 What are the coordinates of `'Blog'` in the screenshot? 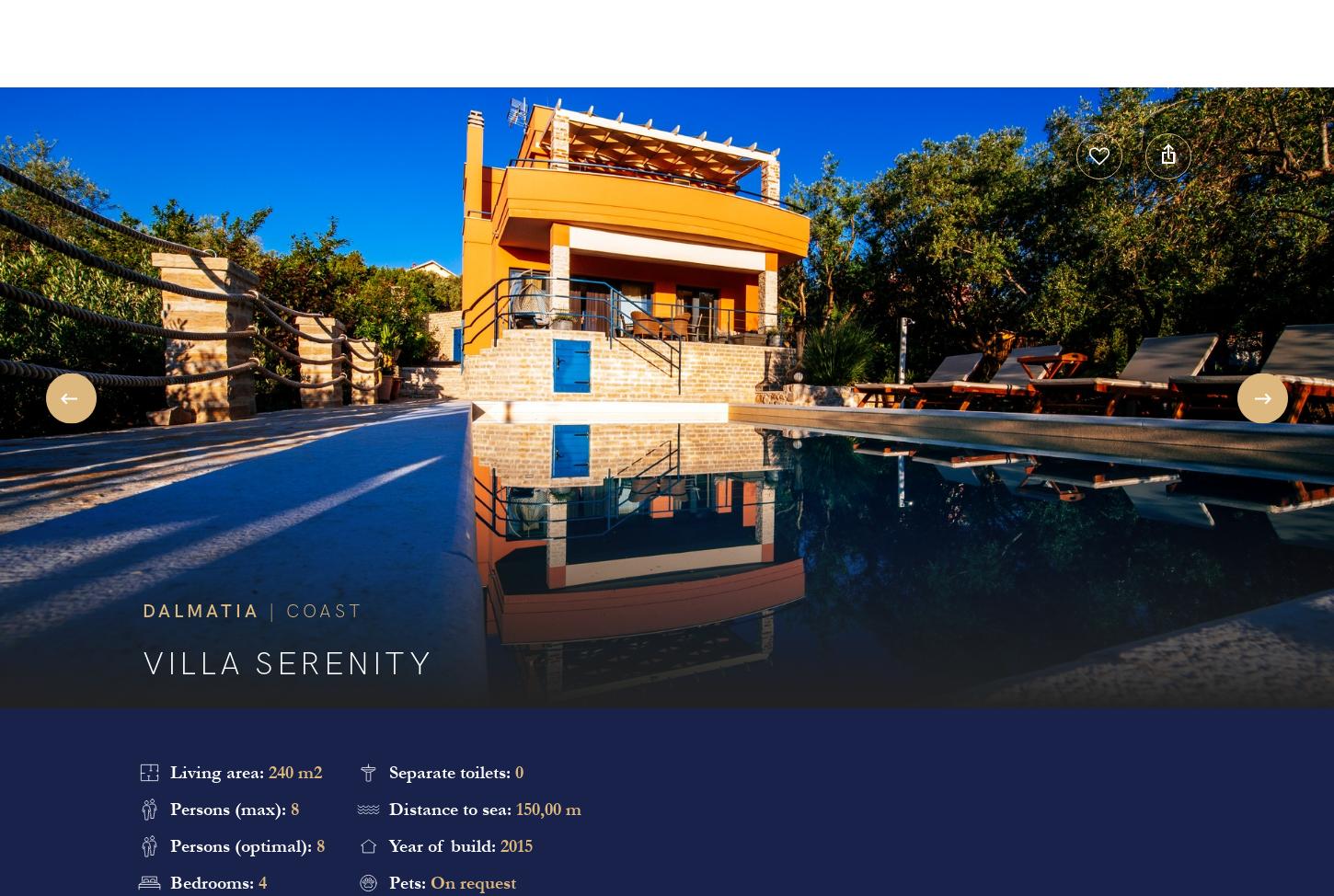 It's located at (768, 45).